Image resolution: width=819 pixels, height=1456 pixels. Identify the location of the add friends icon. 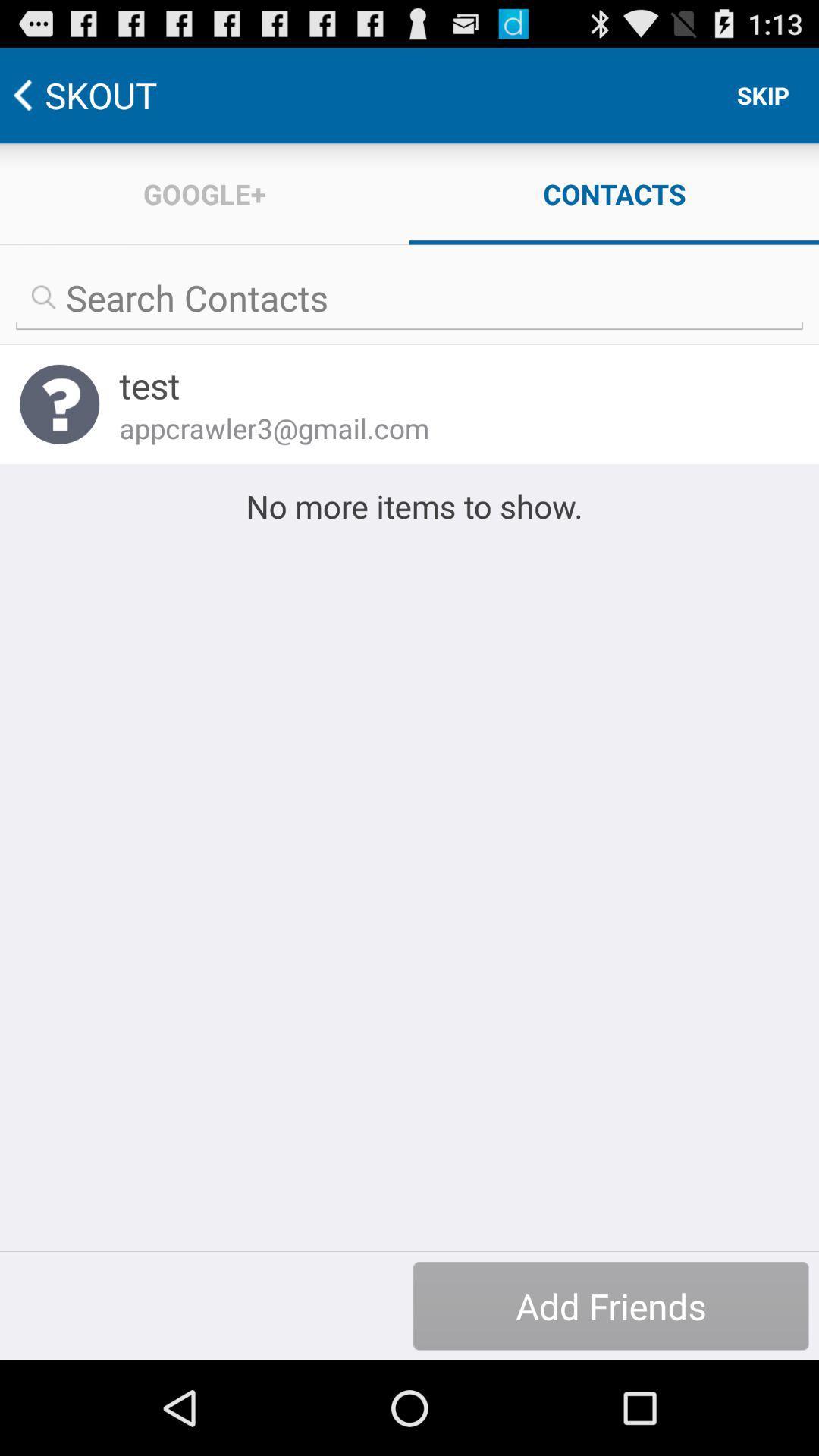
(610, 1305).